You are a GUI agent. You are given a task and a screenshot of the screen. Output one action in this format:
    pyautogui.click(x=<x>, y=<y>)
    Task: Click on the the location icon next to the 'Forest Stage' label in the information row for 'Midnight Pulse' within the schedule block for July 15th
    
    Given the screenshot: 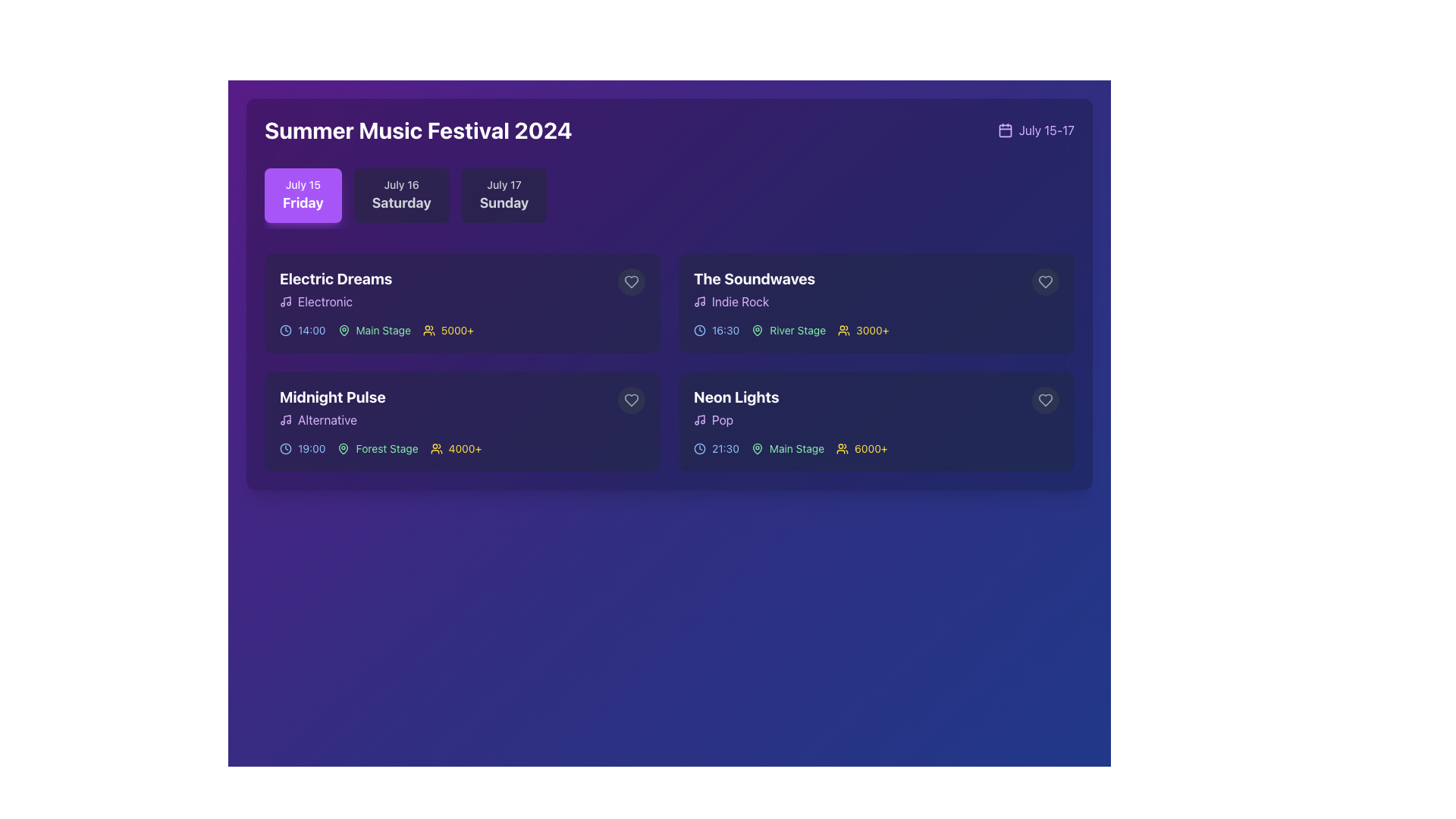 What is the action you would take?
    pyautogui.click(x=378, y=447)
    